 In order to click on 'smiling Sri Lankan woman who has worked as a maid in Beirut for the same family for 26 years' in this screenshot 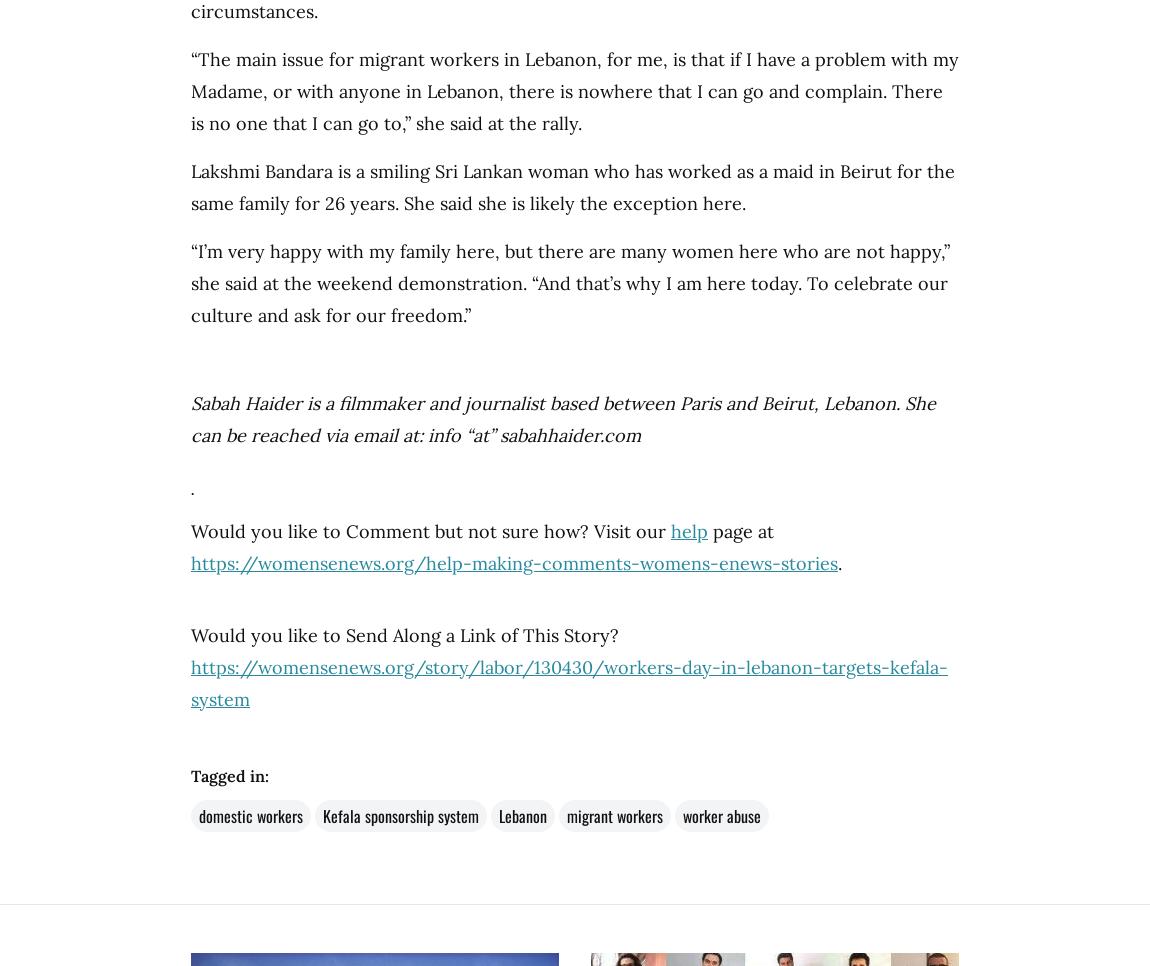, I will do `click(190, 187)`.